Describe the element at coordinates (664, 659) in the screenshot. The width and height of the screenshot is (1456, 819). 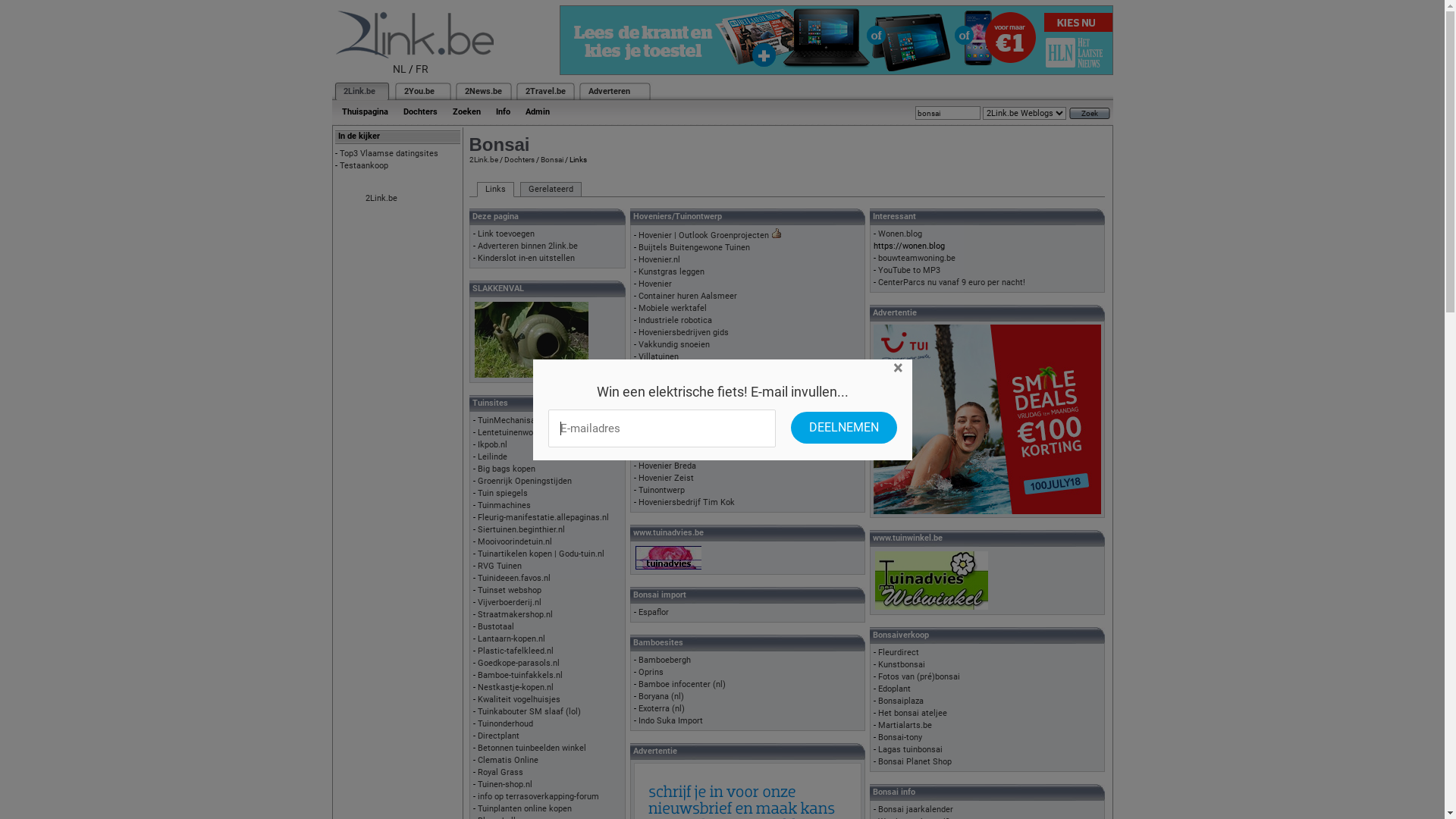
I see `'Bamboebergh'` at that location.